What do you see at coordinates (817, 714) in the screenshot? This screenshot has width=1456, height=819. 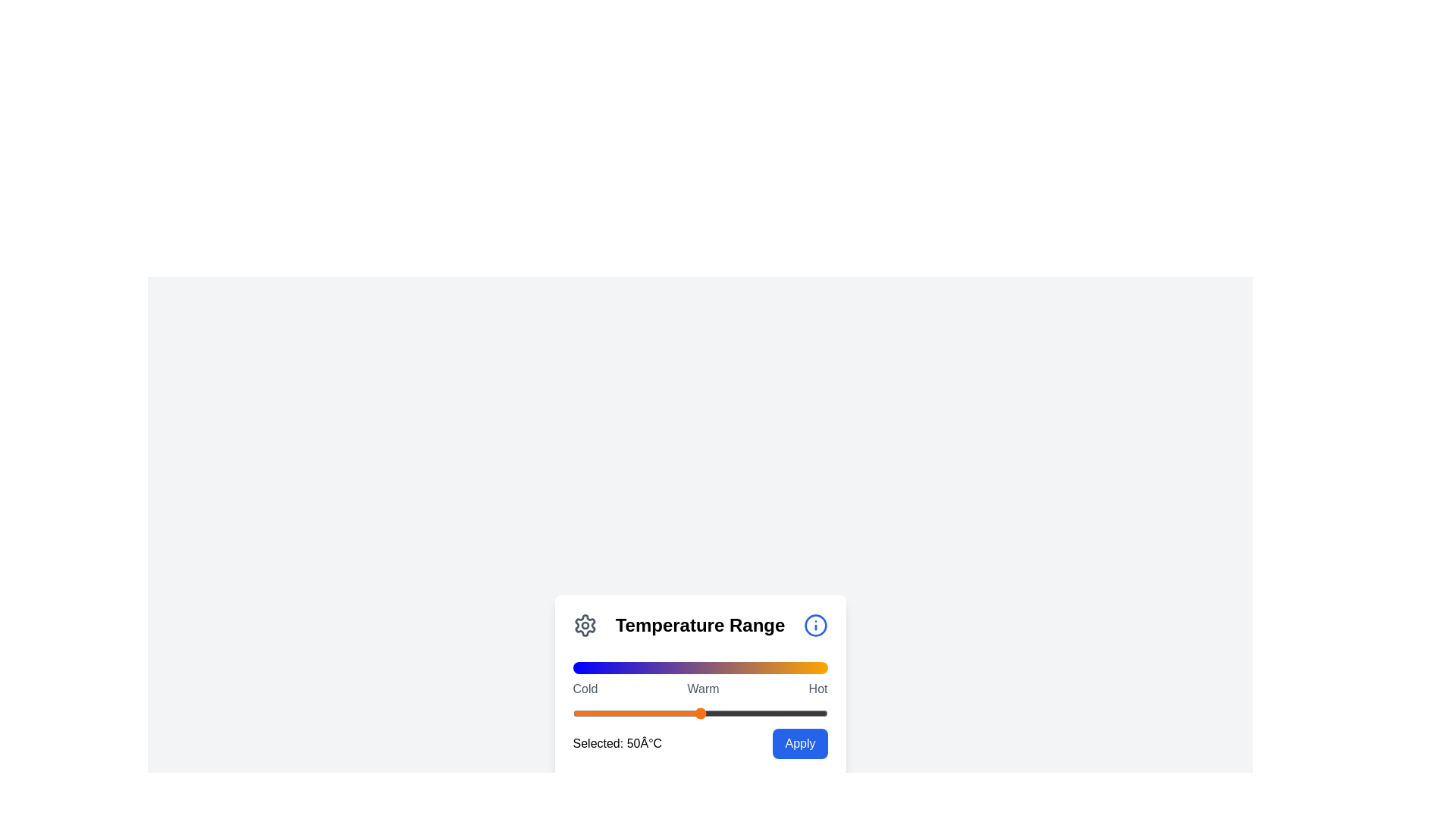 I see `the slider to set the temperature value to 96` at bounding box center [817, 714].